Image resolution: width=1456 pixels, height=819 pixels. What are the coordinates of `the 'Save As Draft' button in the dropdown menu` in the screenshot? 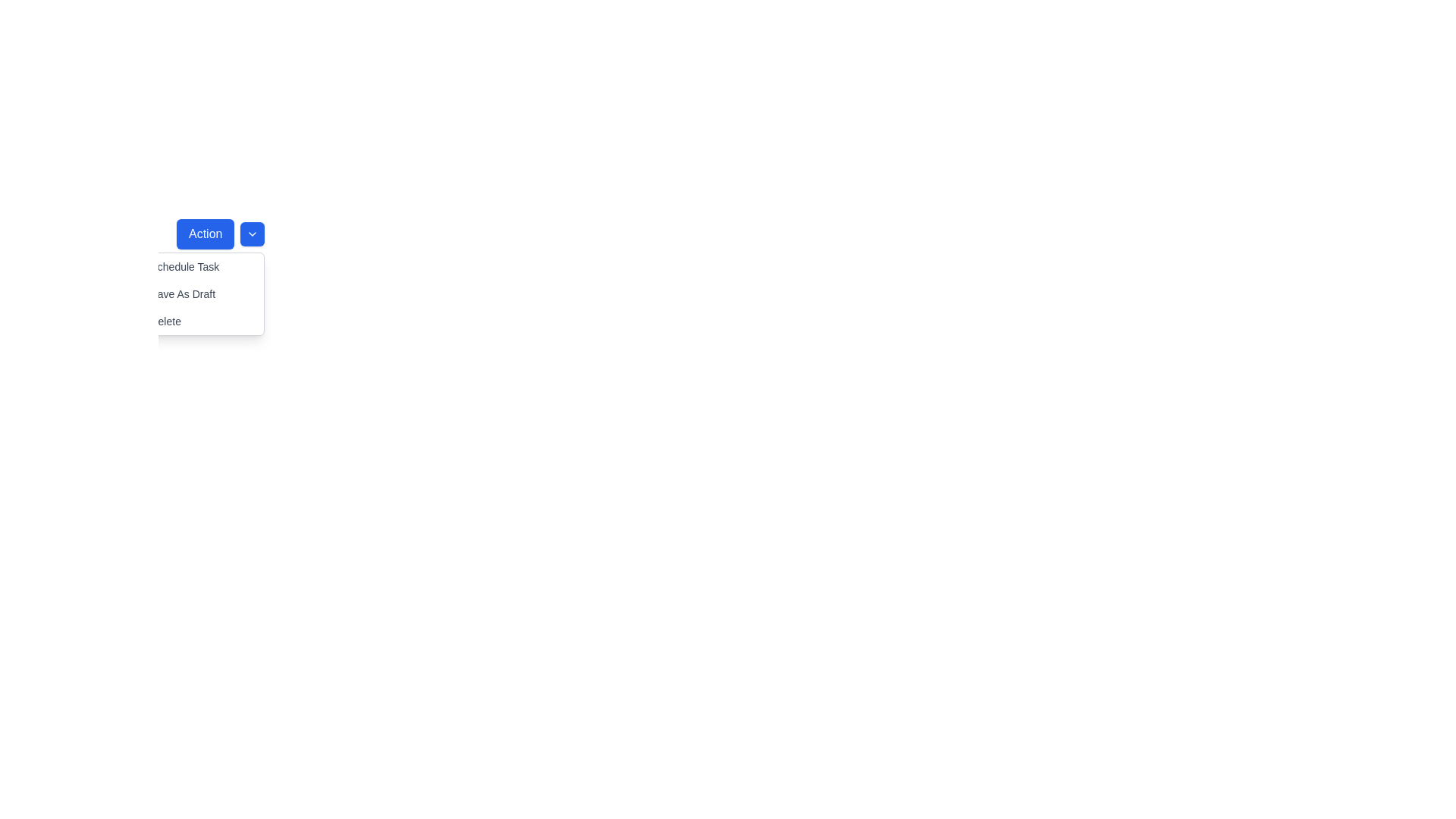 It's located at (191, 294).